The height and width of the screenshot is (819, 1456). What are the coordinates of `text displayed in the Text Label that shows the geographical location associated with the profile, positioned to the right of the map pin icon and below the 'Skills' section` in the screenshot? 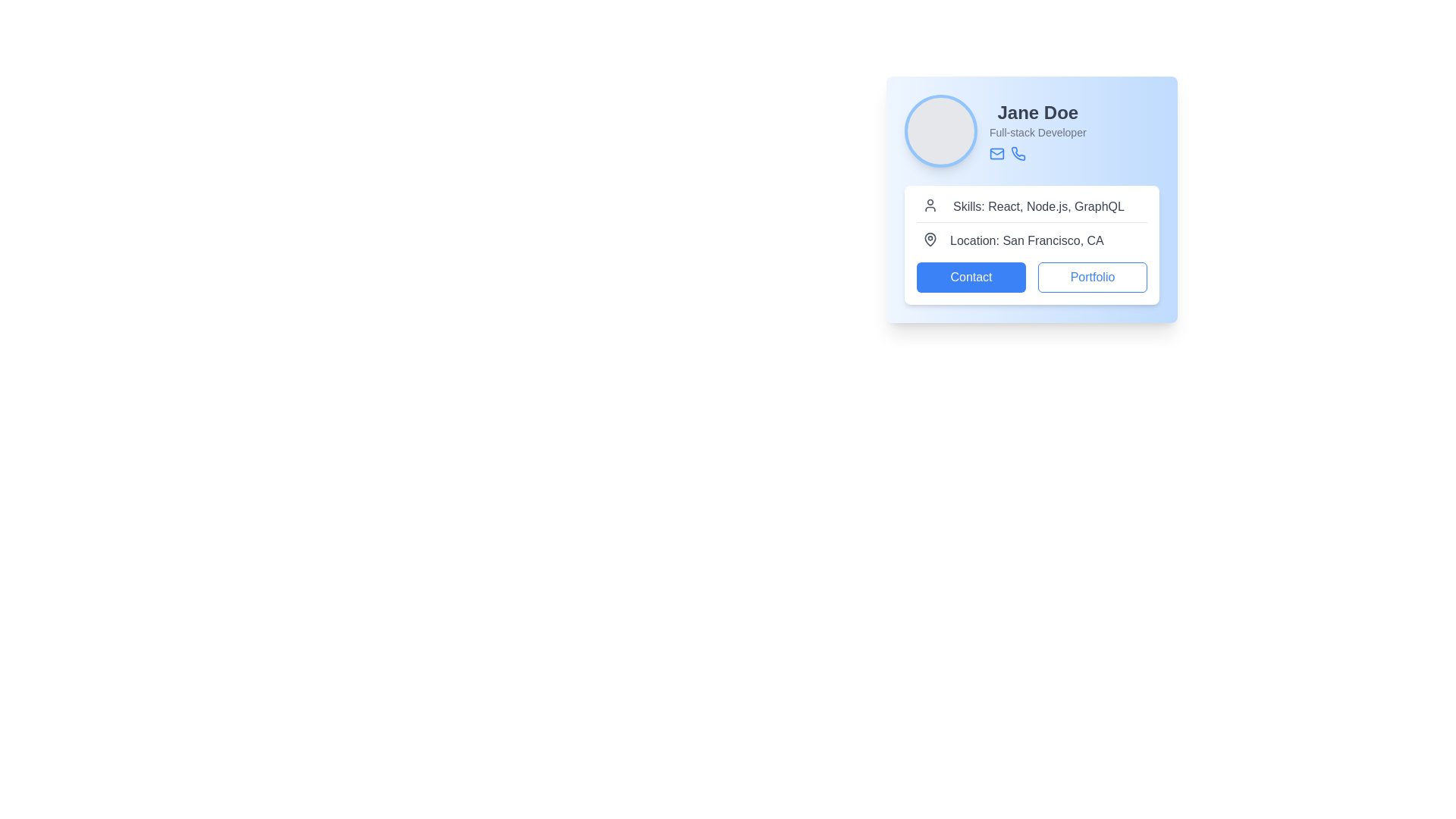 It's located at (1027, 240).